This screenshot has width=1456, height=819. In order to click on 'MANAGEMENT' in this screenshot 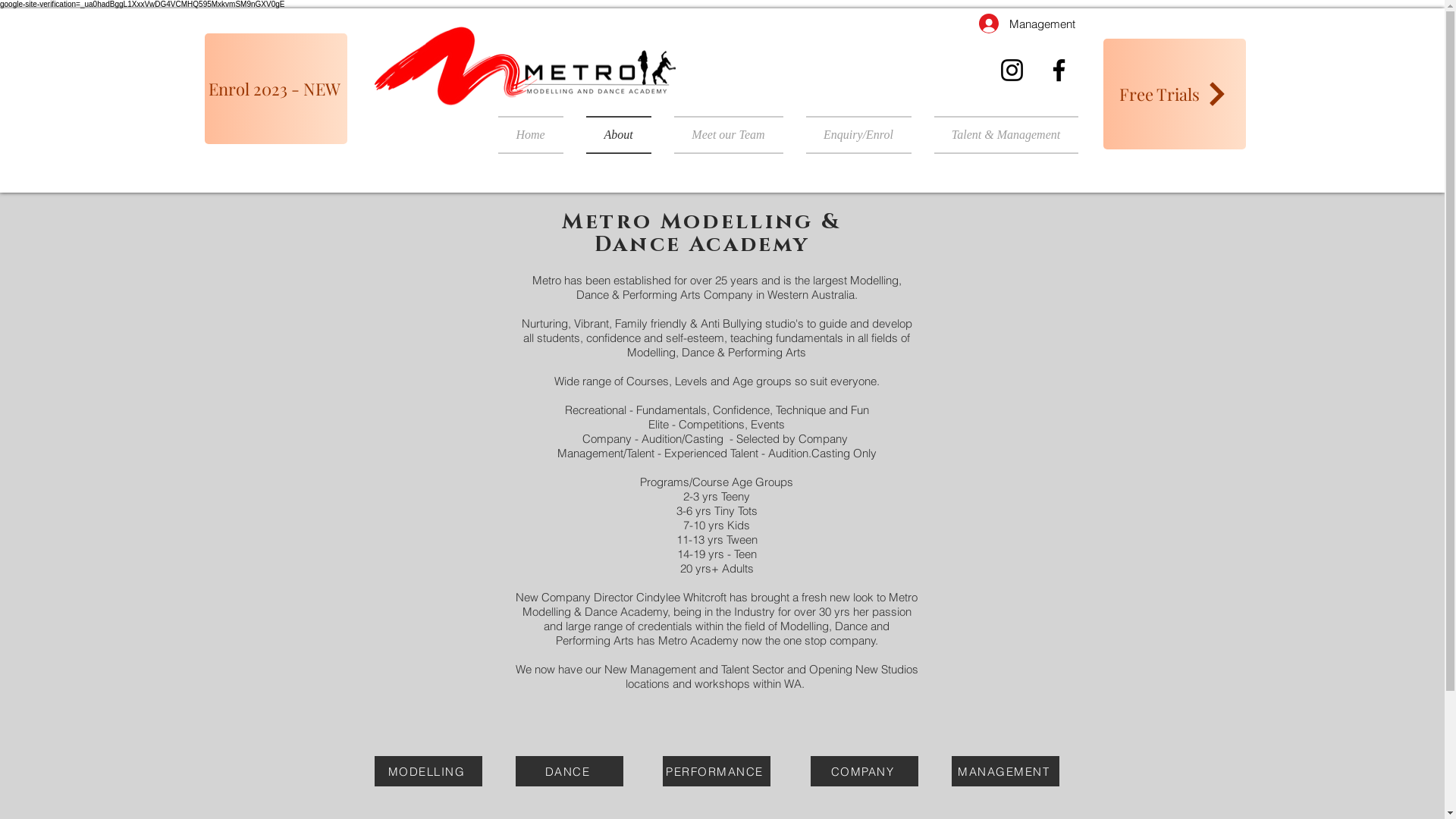, I will do `click(1004, 771)`.